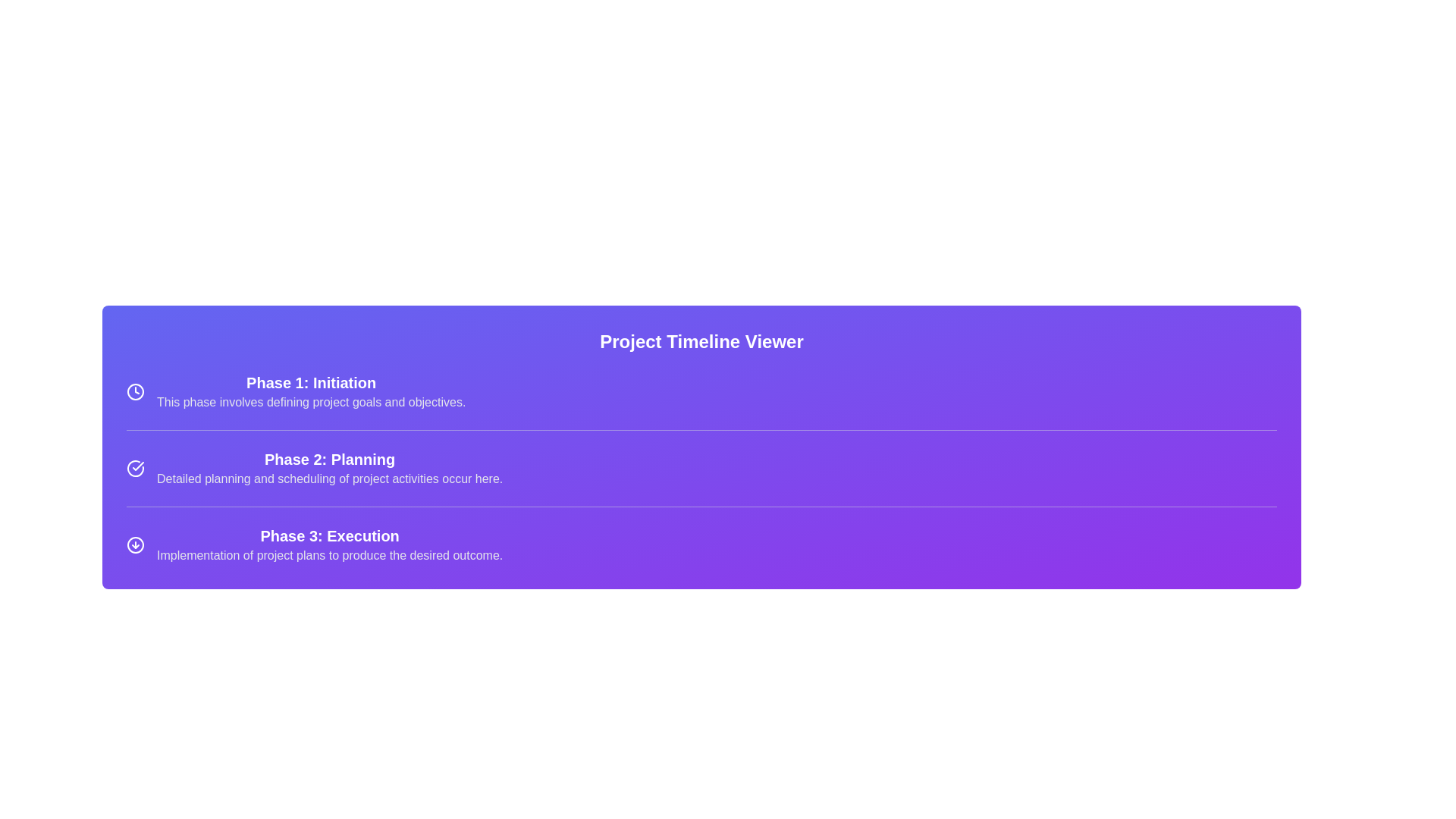 This screenshot has height=819, width=1456. I want to click on the horizontal divider line that separates 'Phase 1' and 'Phase 2', which is styled with a gray color and low opacity, so click(701, 430).